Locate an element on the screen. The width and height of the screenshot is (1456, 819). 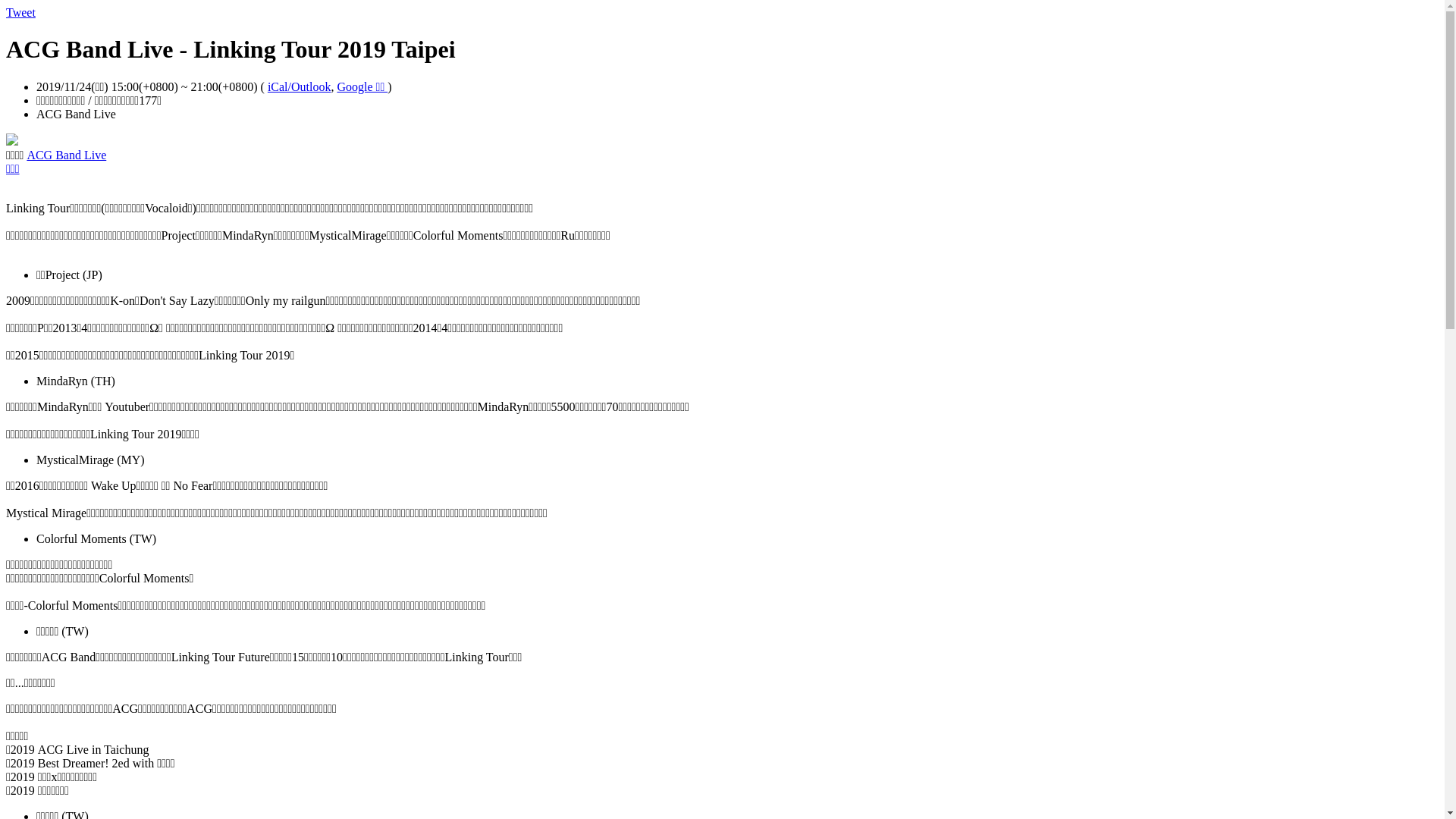
'iCal/Outlook' is located at coordinates (268, 86).